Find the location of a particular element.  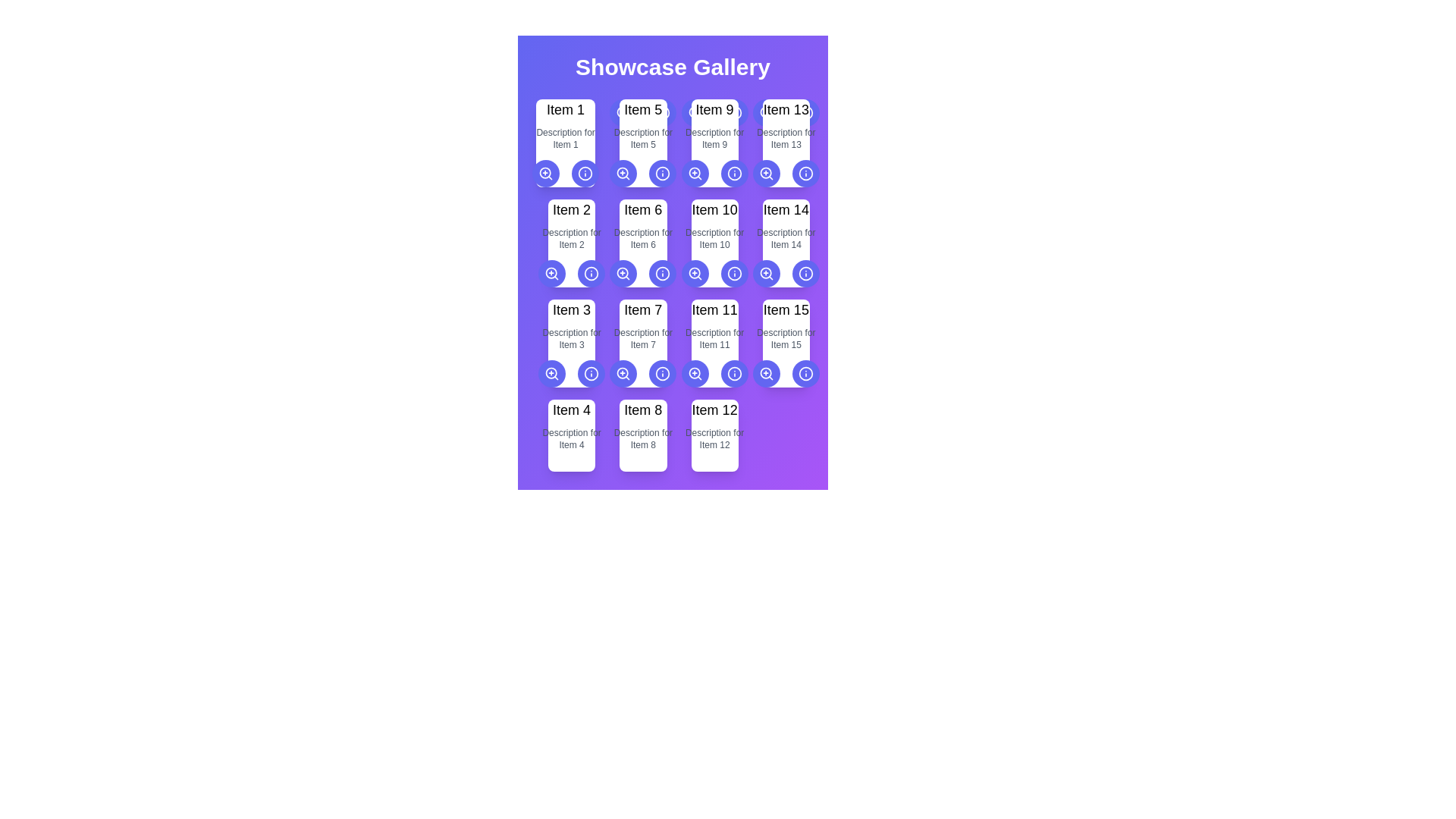

the information icon button located in the bottom right corner of the 'Item 11' card in the 'Showcase Gallery' is located at coordinates (734, 374).